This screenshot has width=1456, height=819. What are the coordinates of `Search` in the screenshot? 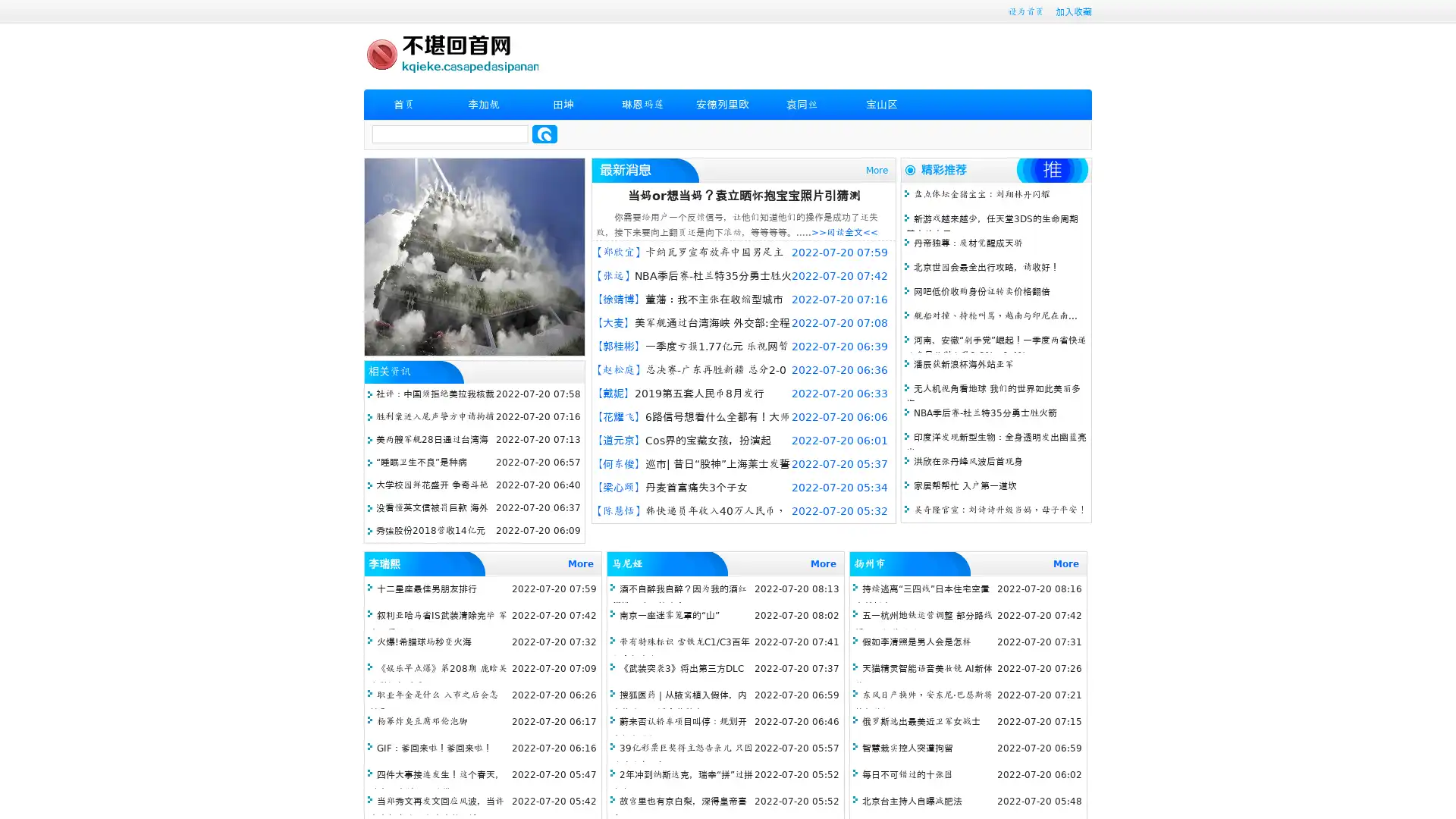 It's located at (544, 133).